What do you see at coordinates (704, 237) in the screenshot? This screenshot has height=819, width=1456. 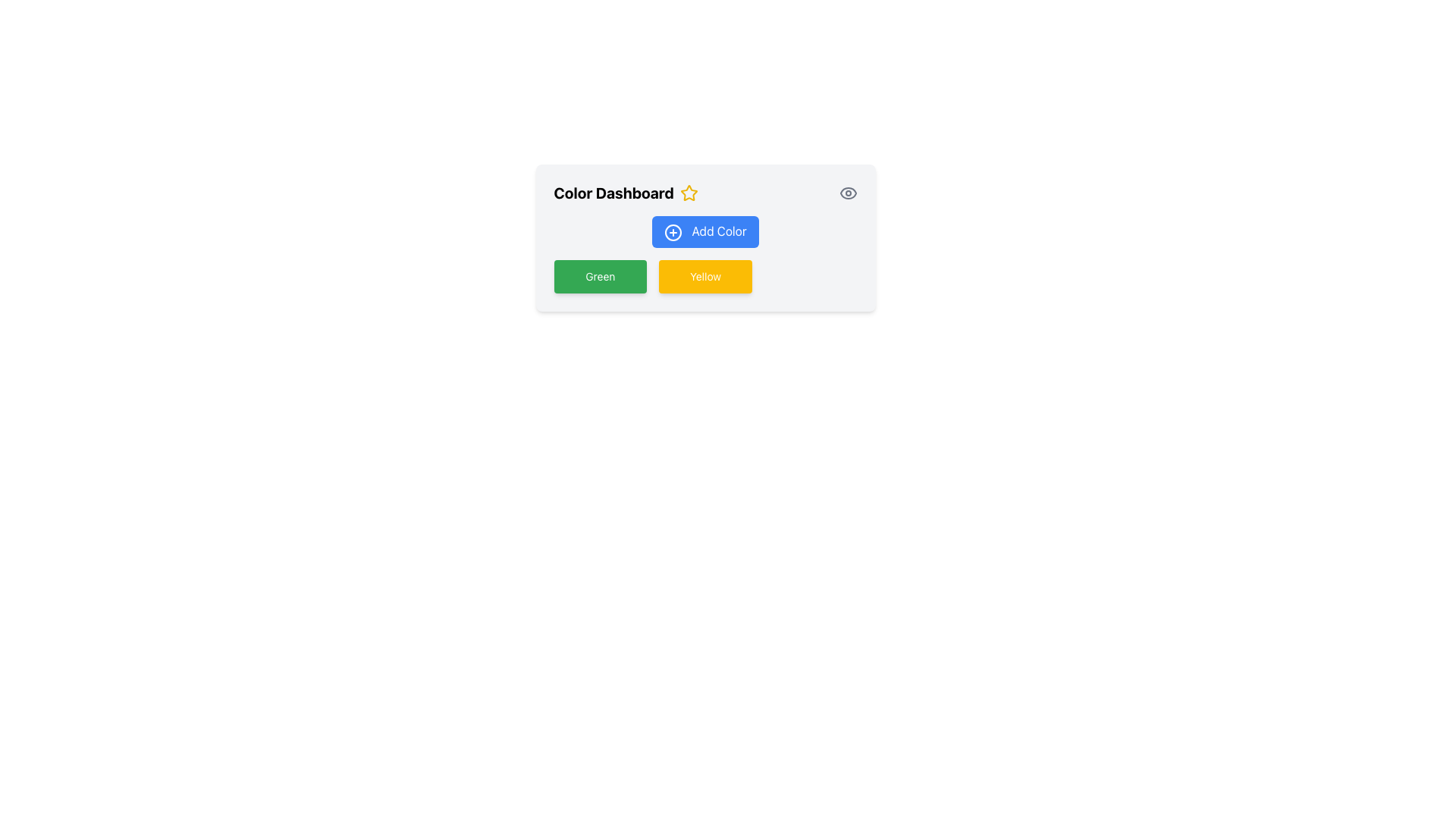 I see `the 'Add Color' button, which is a blue rectangular button with rounded corners and white text` at bounding box center [704, 237].